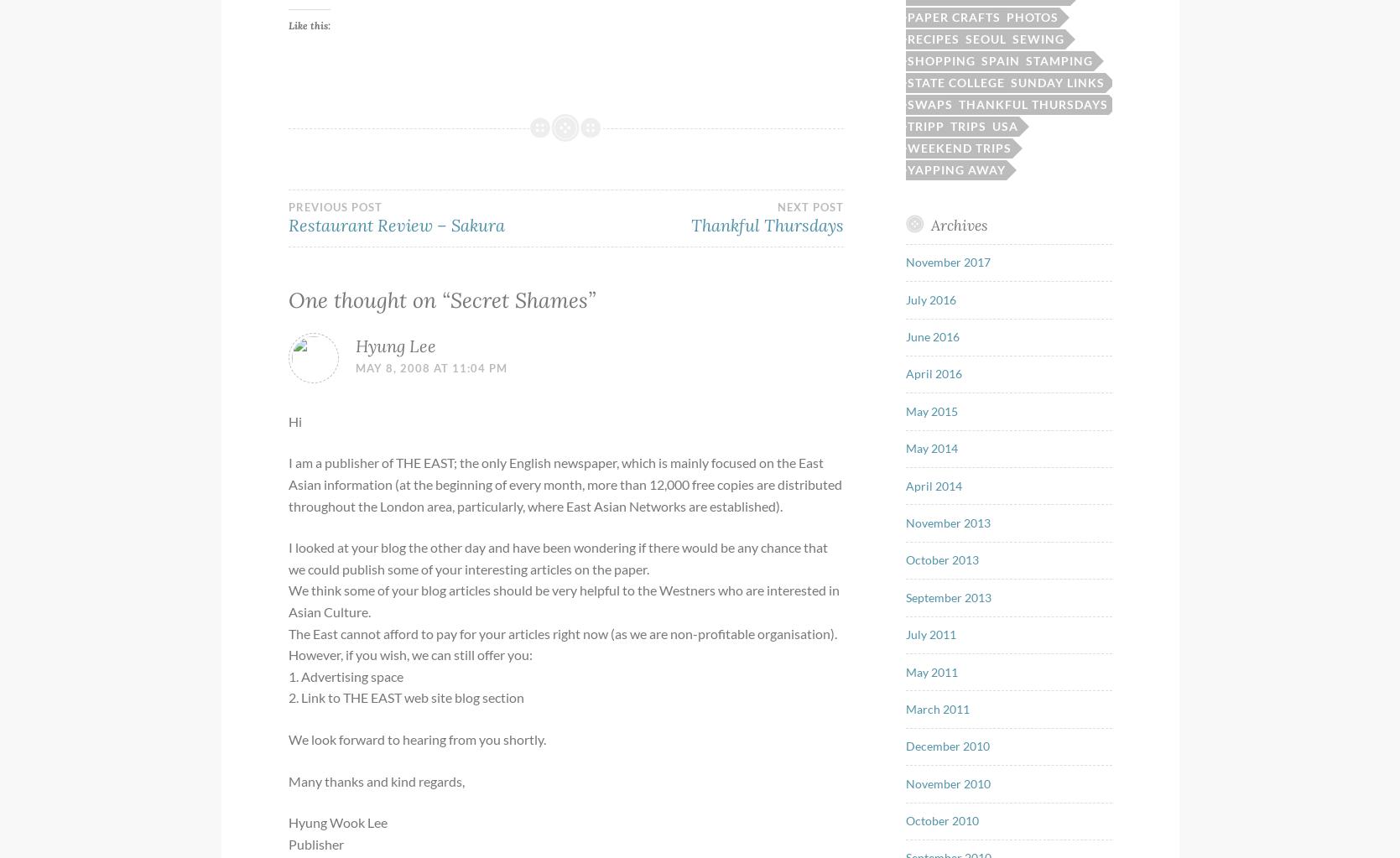  What do you see at coordinates (1000, 60) in the screenshot?
I see `'Spain'` at bounding box center [1000, 60].